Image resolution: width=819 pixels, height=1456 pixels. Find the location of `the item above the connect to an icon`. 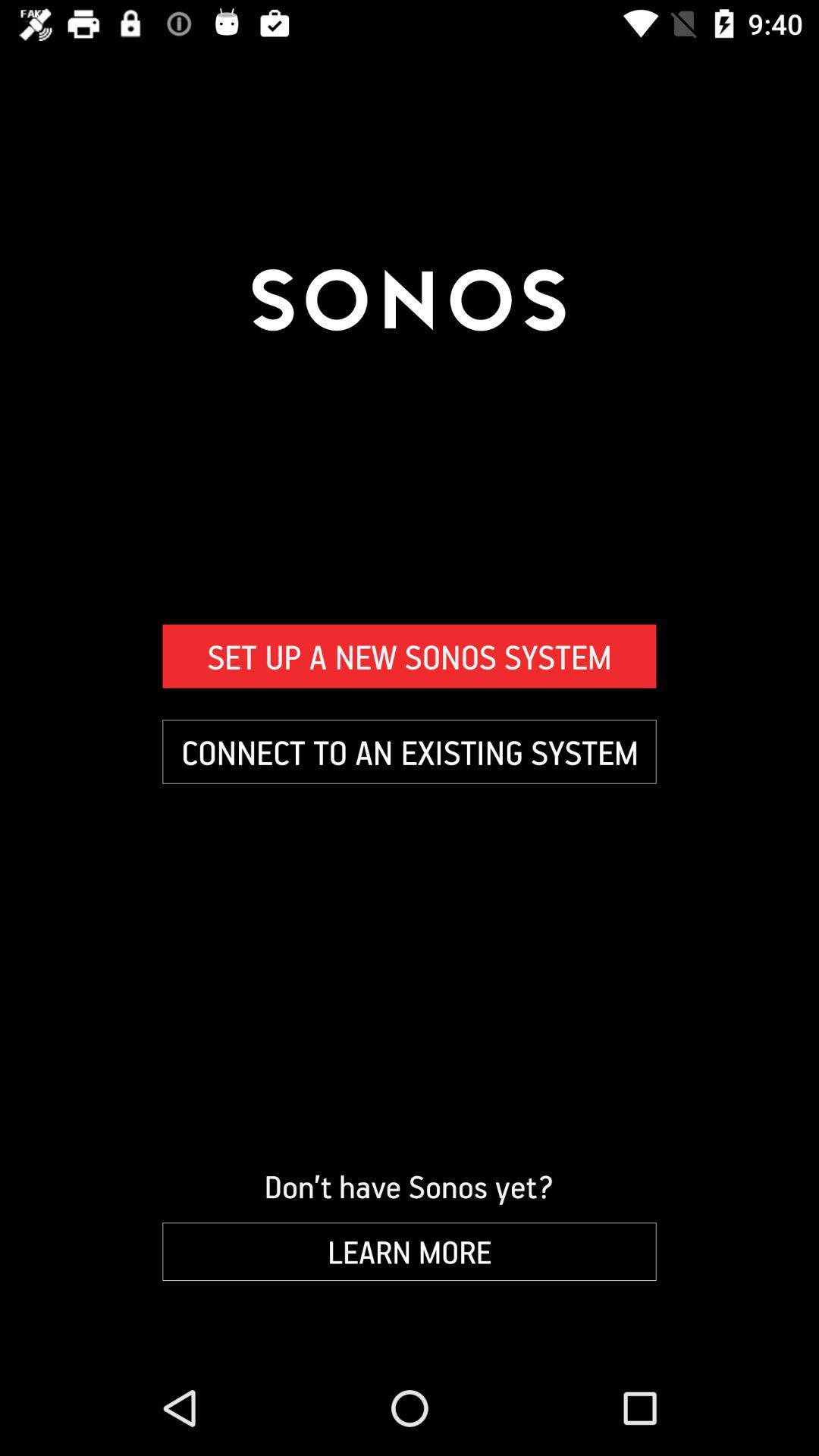

the item above the connect to an icon is located at coordinates (409, 656).